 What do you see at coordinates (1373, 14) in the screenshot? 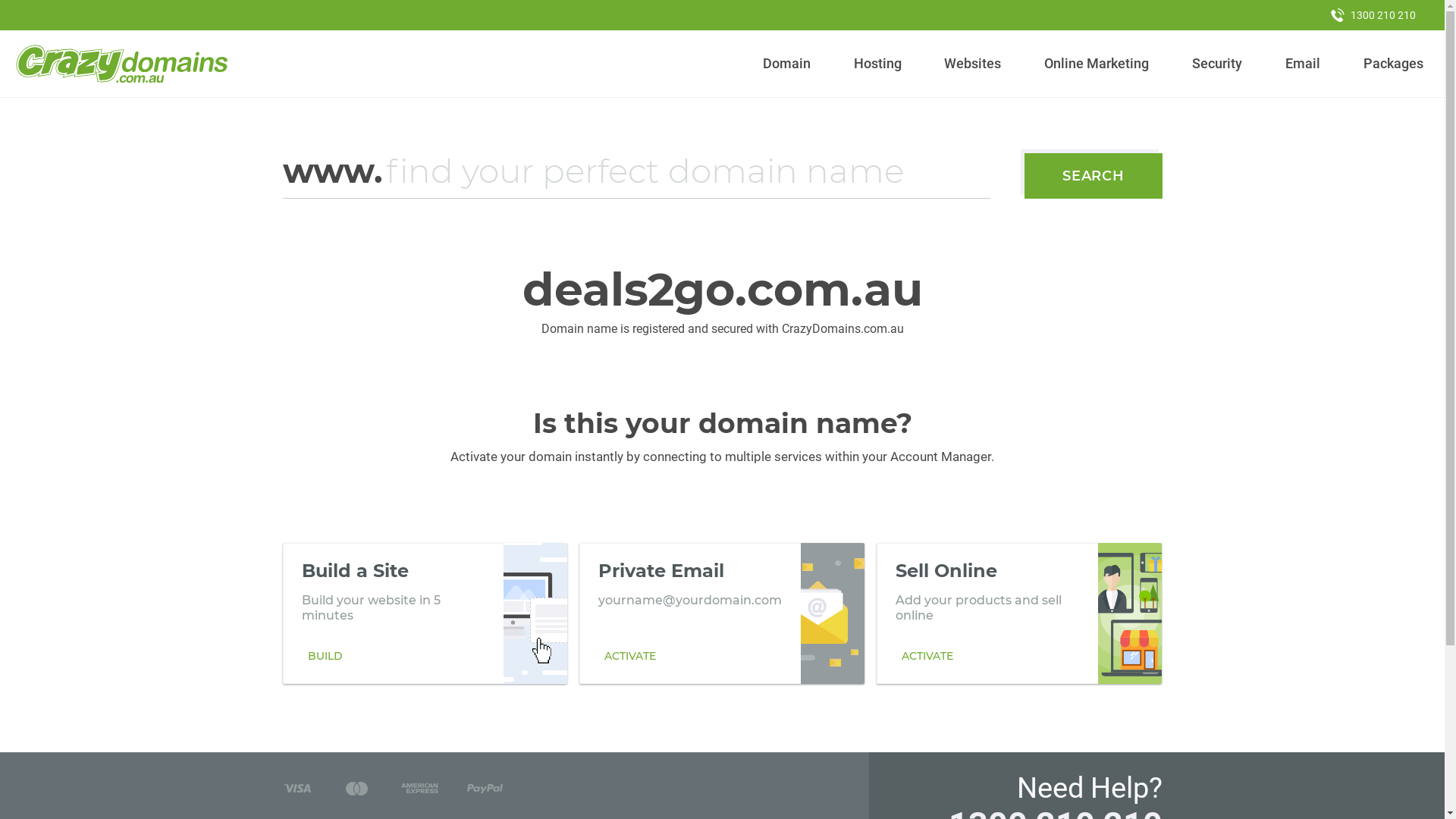
I see `'1300 210 210'` at bounding box center [1373, 14].